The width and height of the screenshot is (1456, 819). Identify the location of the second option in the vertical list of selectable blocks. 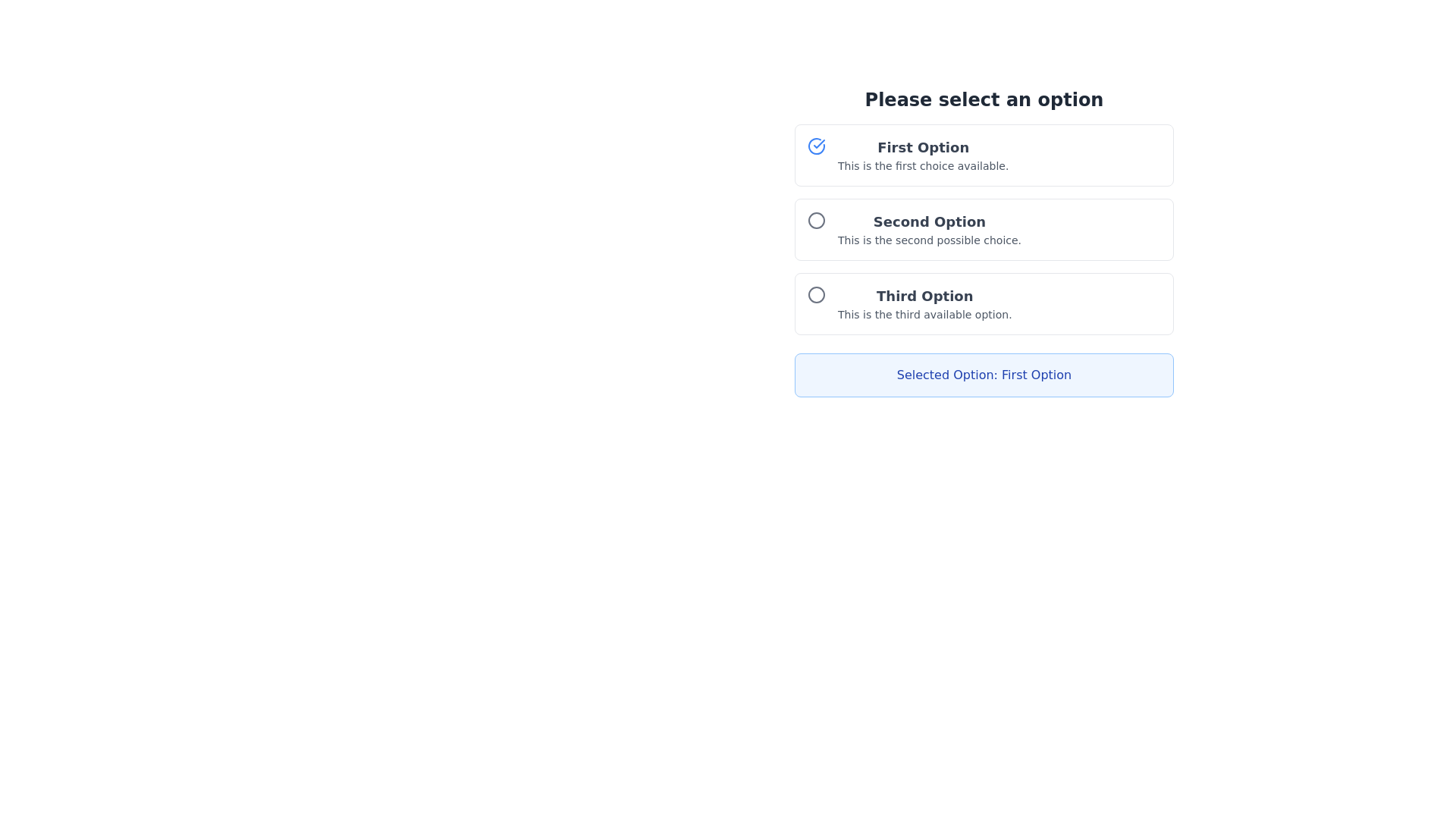
(984, 242).